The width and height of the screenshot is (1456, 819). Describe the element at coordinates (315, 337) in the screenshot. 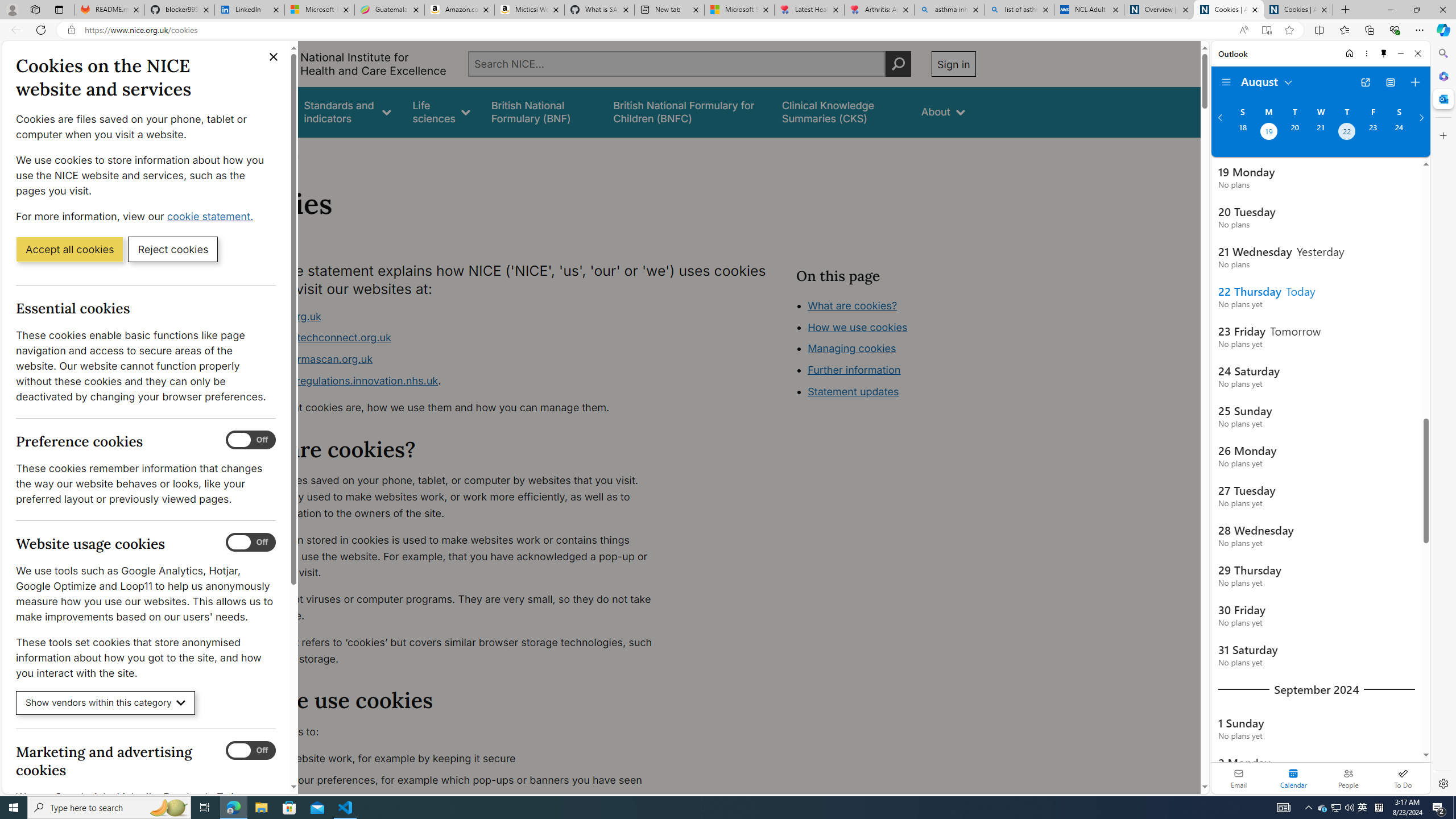

I see `'www.healthtechconnect.org.uk'` at that location.